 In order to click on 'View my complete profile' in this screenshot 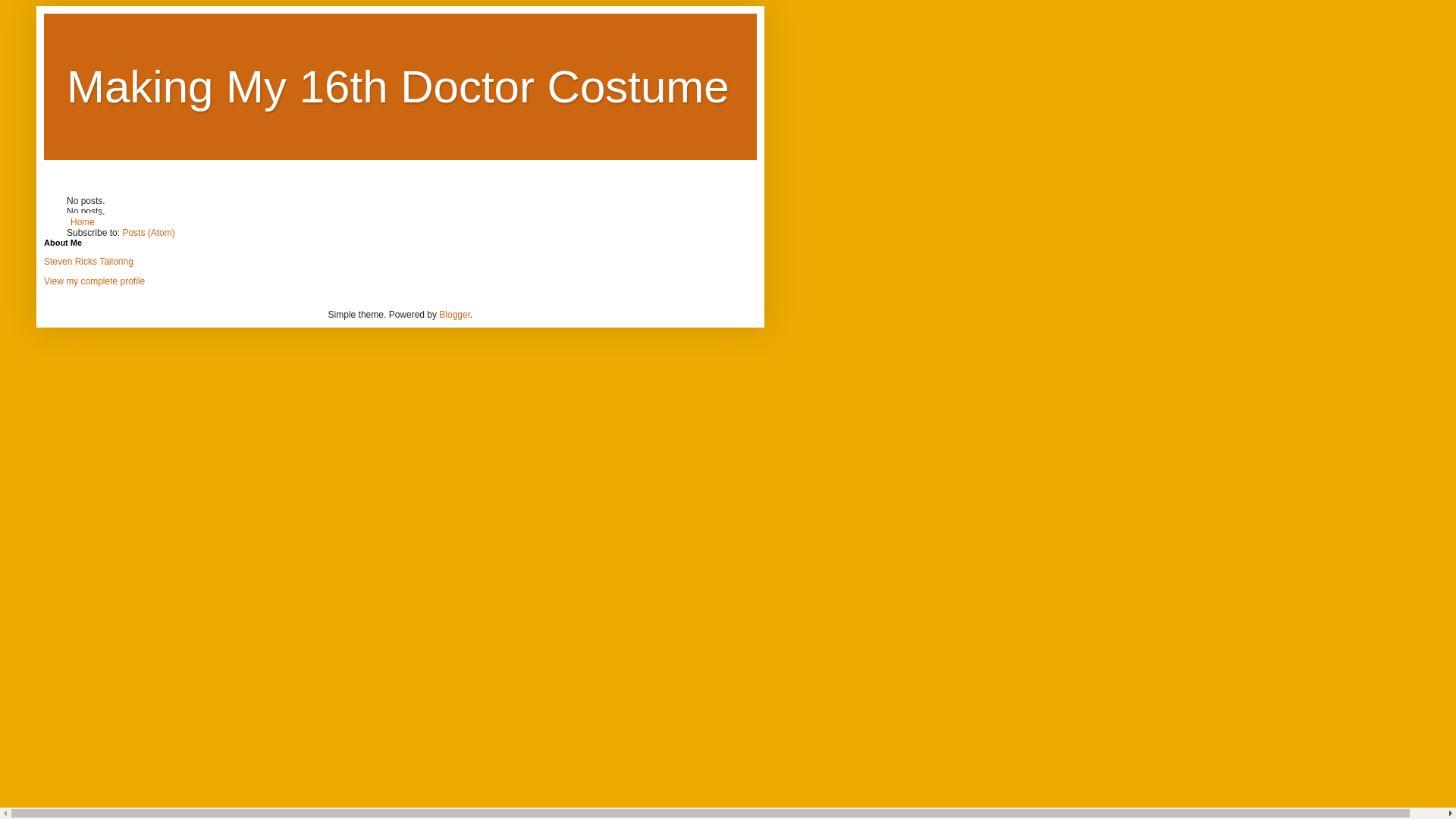, I will do `click(93, 281)`.